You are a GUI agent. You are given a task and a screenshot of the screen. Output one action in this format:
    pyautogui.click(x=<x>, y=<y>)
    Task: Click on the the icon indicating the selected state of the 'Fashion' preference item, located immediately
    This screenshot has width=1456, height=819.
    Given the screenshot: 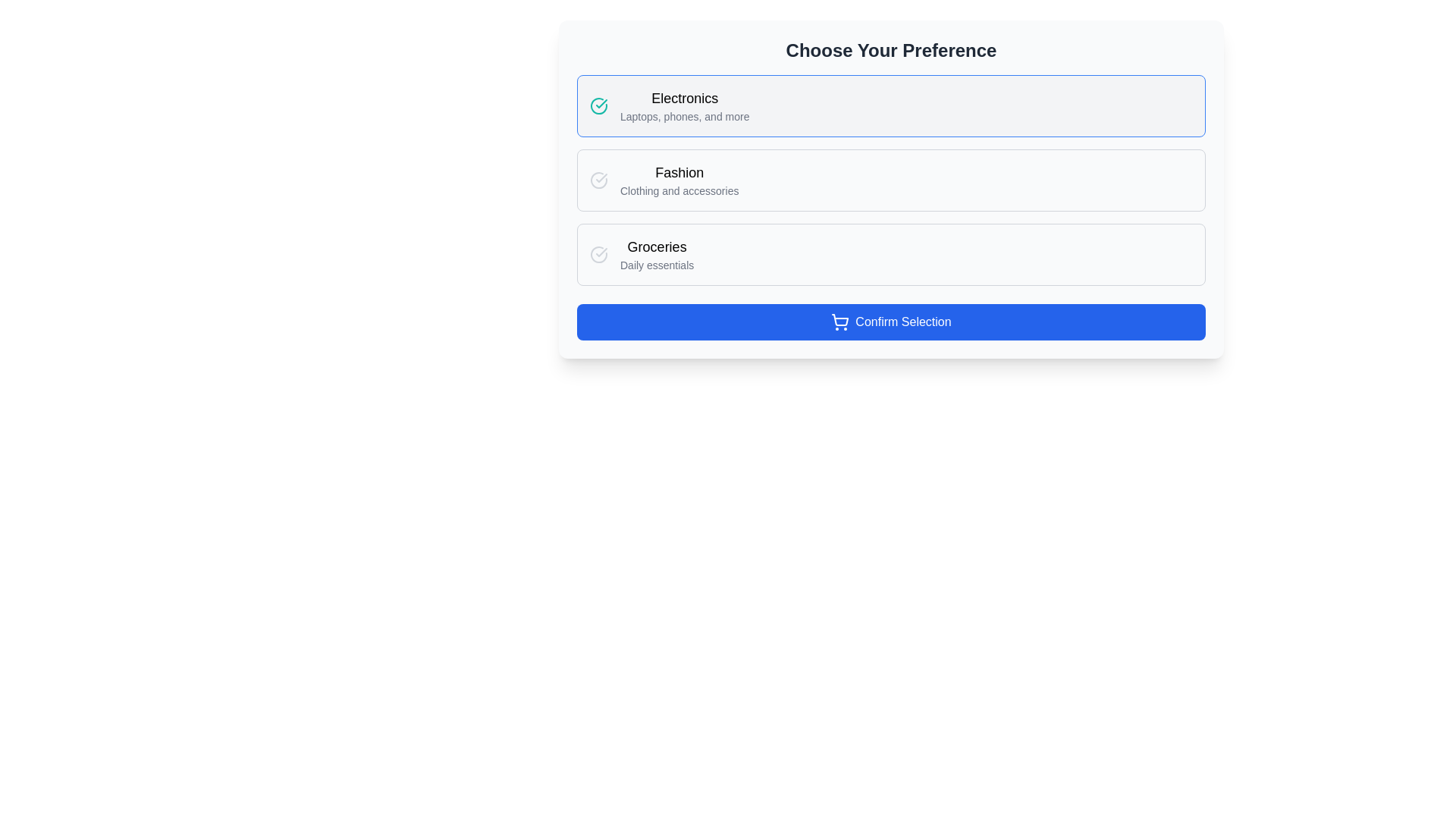 What is the action you would take?
    pyautogui.click(x=598, y=180)
    